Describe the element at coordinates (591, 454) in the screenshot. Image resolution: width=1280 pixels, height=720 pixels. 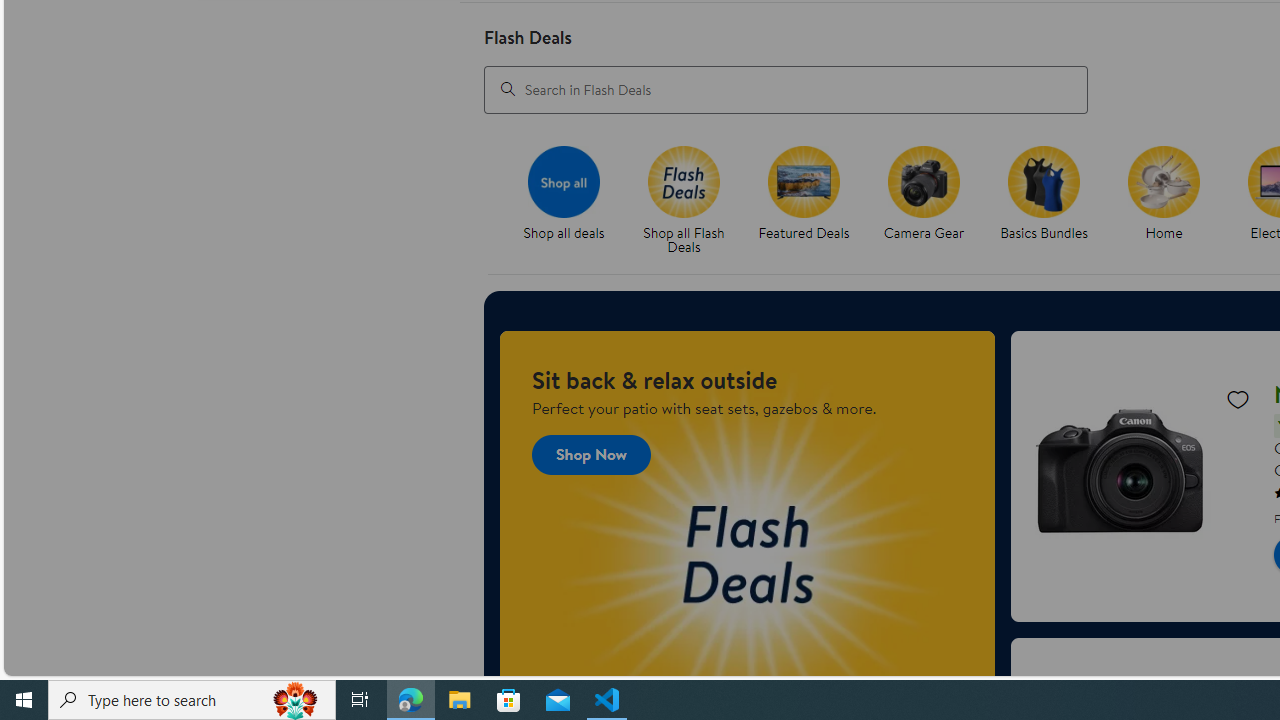
I see `'Shop Now'` at that location.